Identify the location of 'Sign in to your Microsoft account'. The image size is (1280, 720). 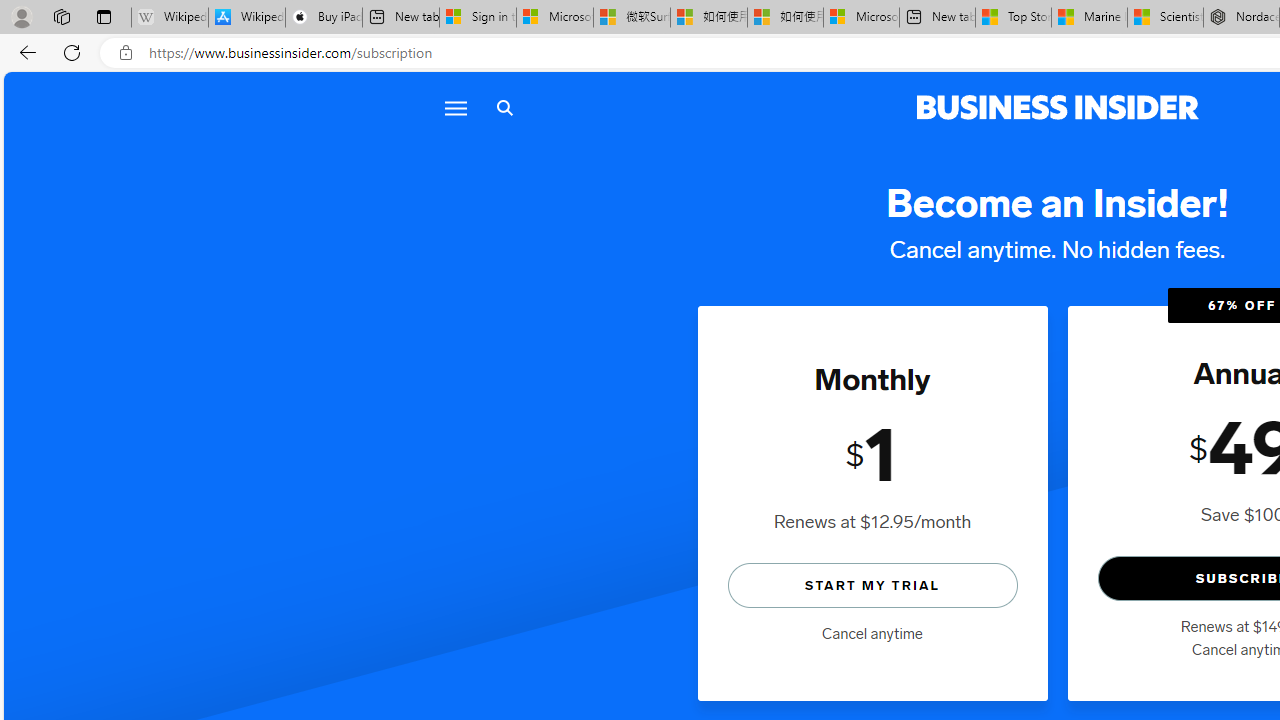
(477, 17).